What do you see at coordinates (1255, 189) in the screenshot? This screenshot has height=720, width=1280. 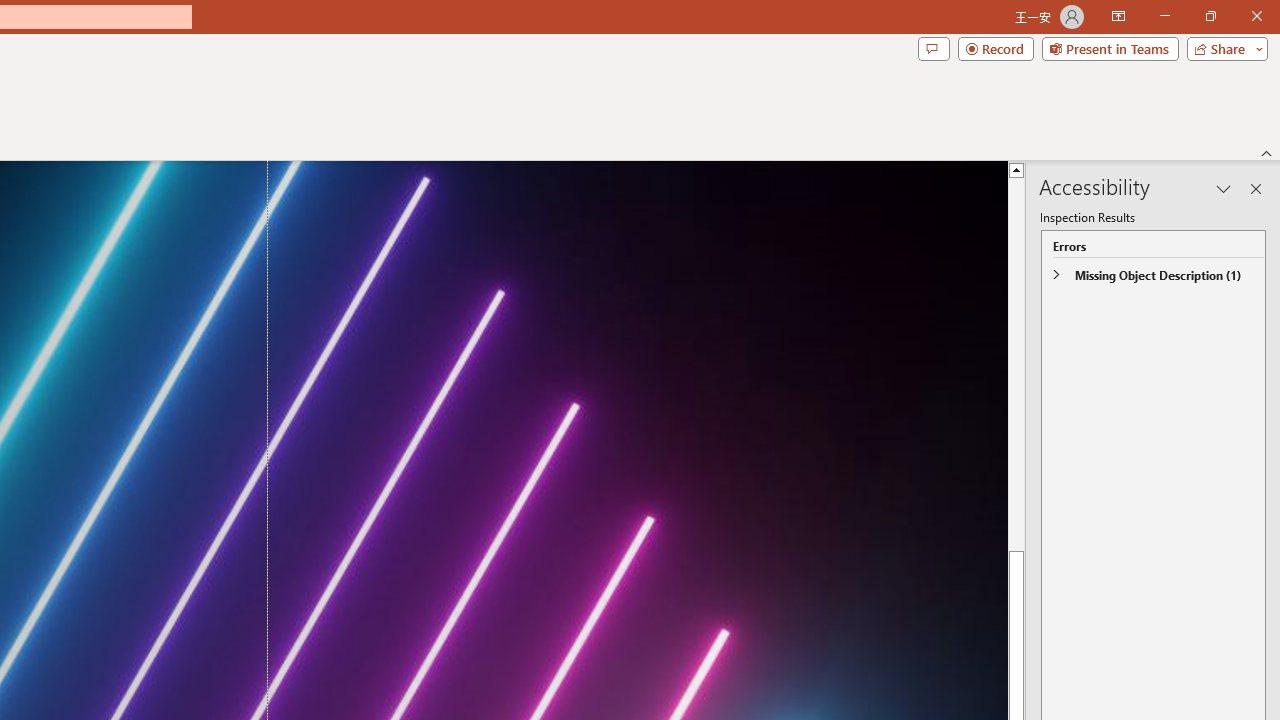 I see `'Close pane'` at bounding box center [1255, 189].